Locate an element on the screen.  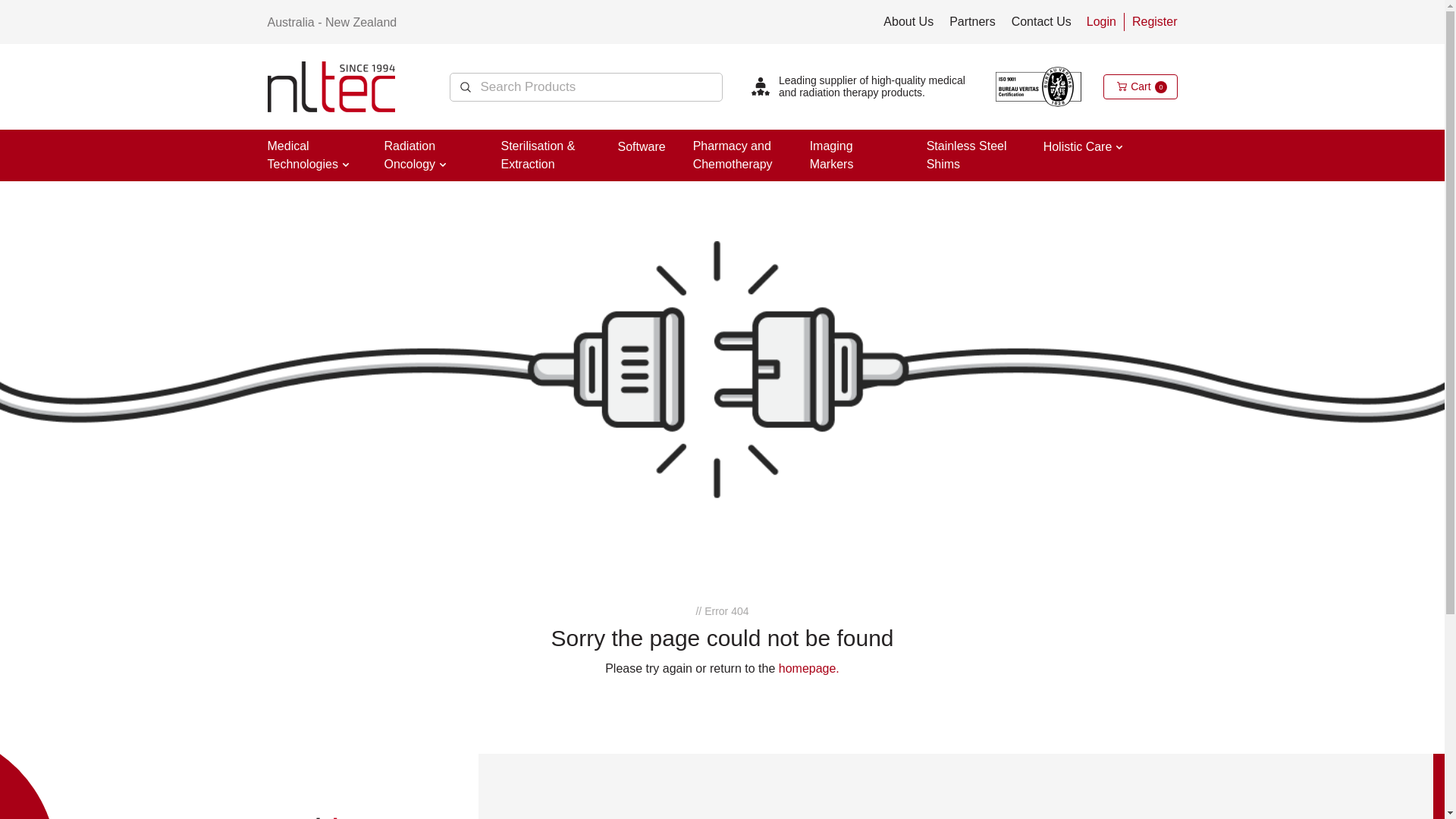
'Medical Technologies' is located at coordinates (302, 155).